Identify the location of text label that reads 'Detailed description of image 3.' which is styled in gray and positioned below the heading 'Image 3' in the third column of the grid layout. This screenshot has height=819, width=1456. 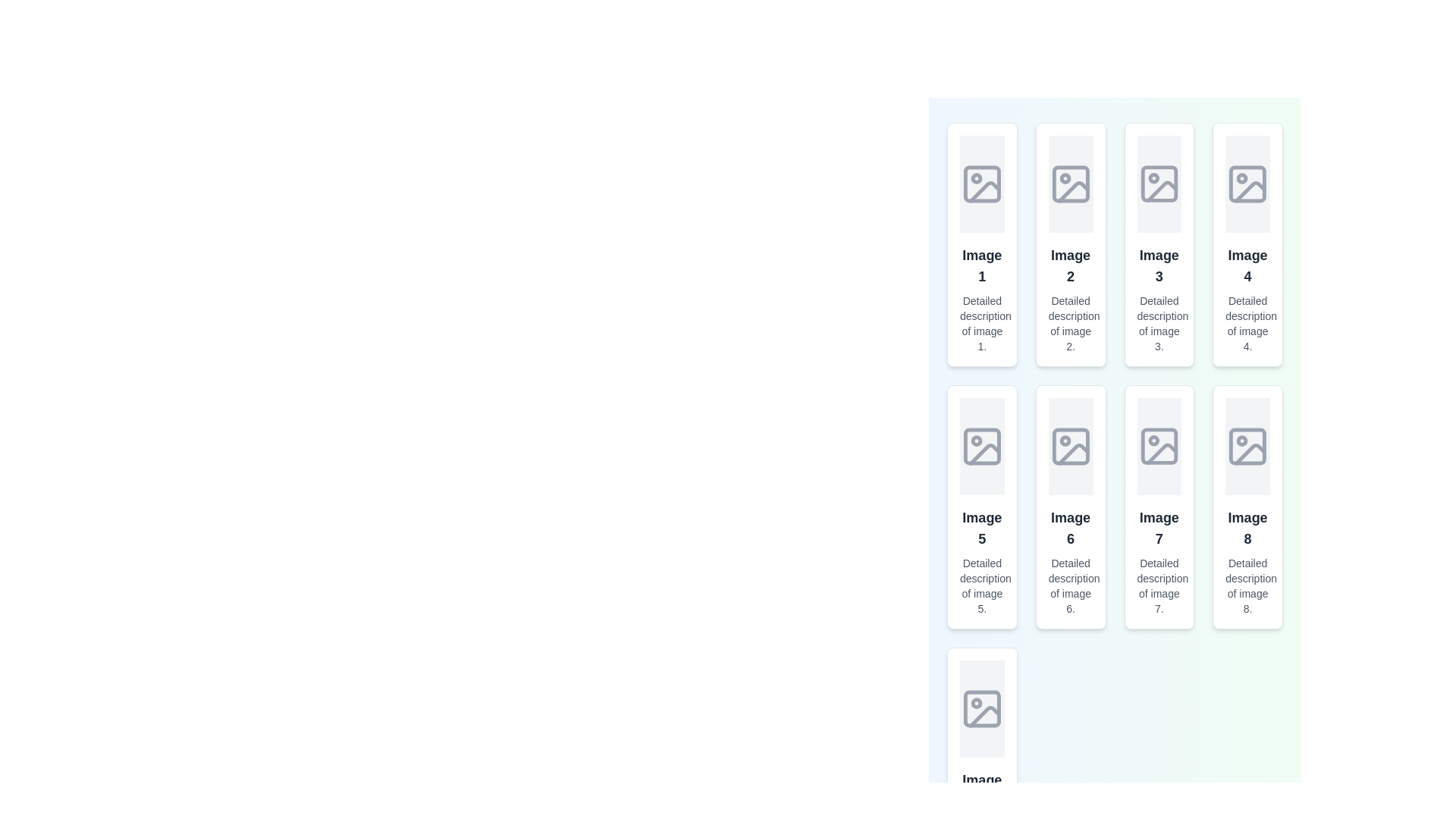
(1158, 323).